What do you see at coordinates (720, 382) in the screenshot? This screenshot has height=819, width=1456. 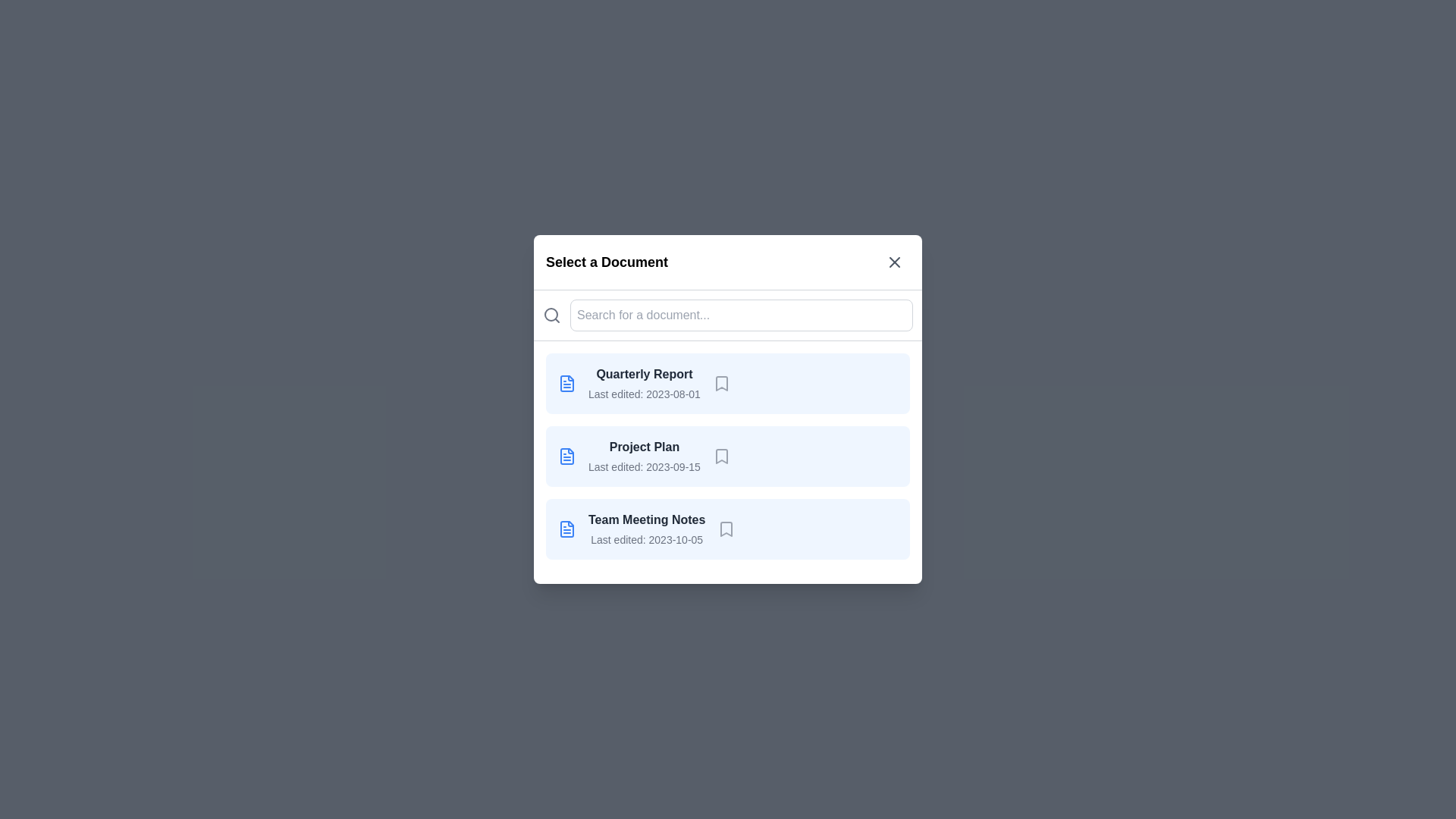 I see `the bookmark icon for the document titled 'Quarterly Report'` at bounding box center [720, 382].